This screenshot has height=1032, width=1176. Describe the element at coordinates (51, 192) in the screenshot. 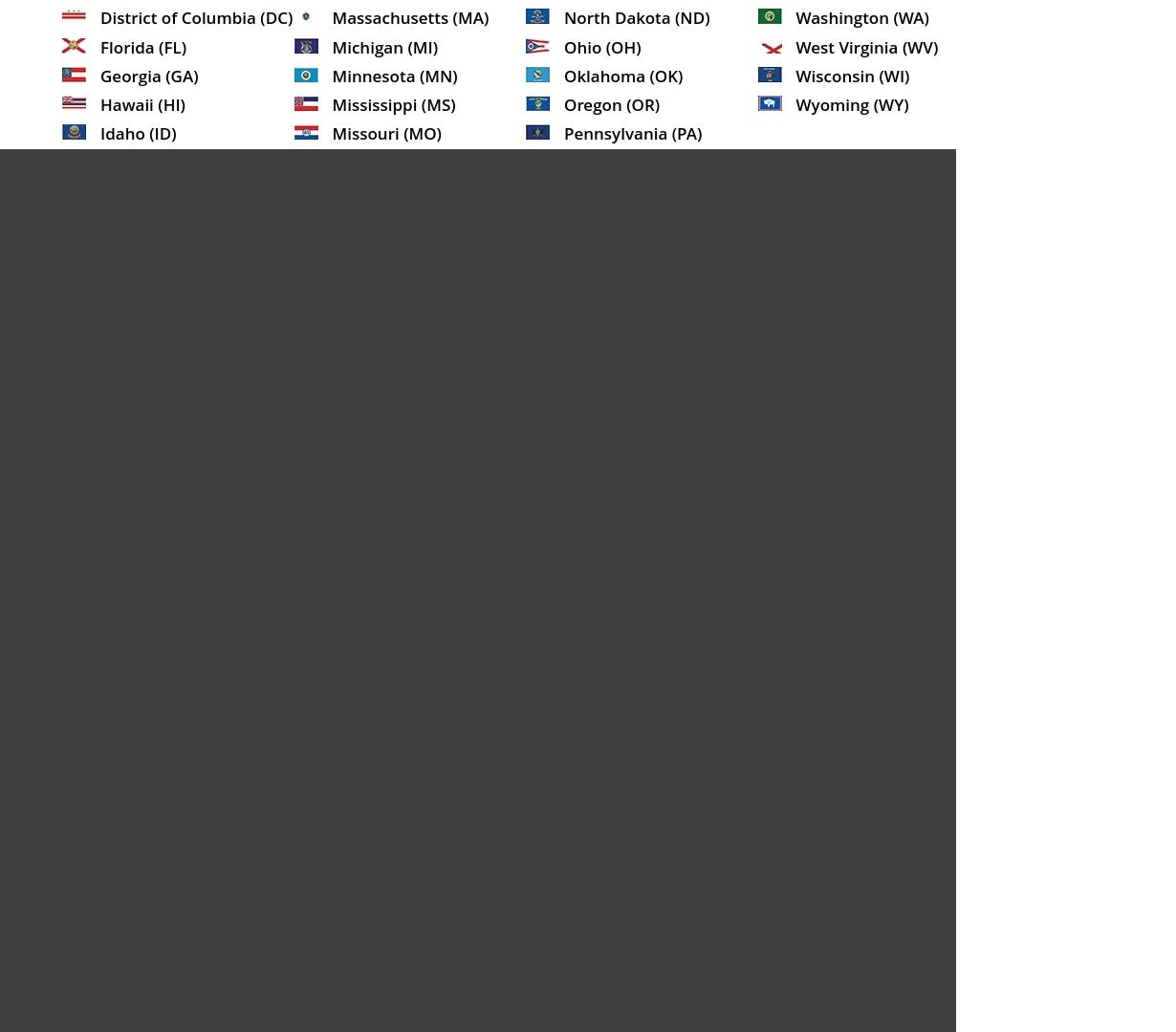

I see `'Copyright © 2016-2023 MaybeLoan. All Rights Reserved.'` at that location.